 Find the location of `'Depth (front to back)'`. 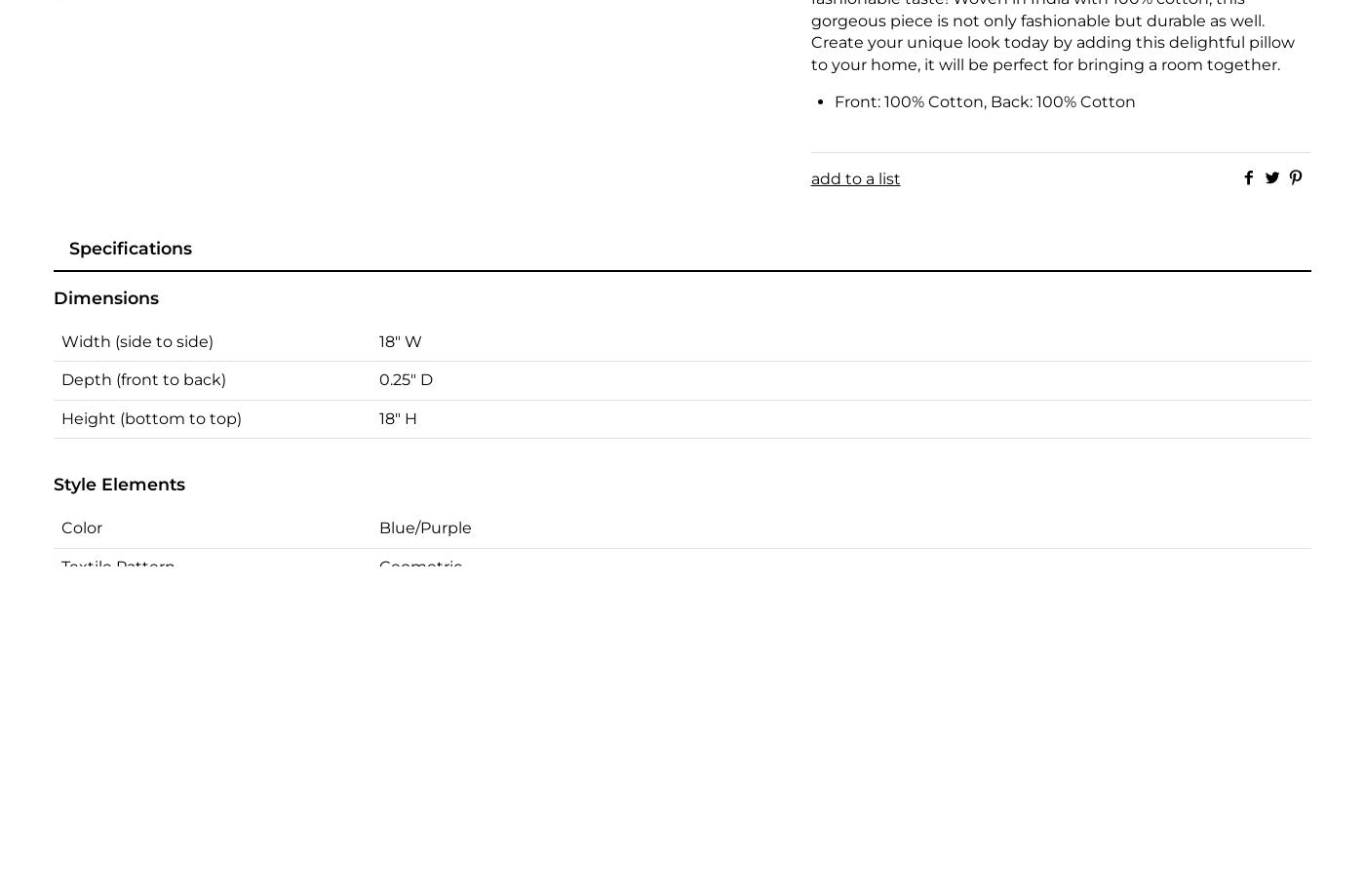

'Depth (front to back)' is located at coordinates (61, 379).